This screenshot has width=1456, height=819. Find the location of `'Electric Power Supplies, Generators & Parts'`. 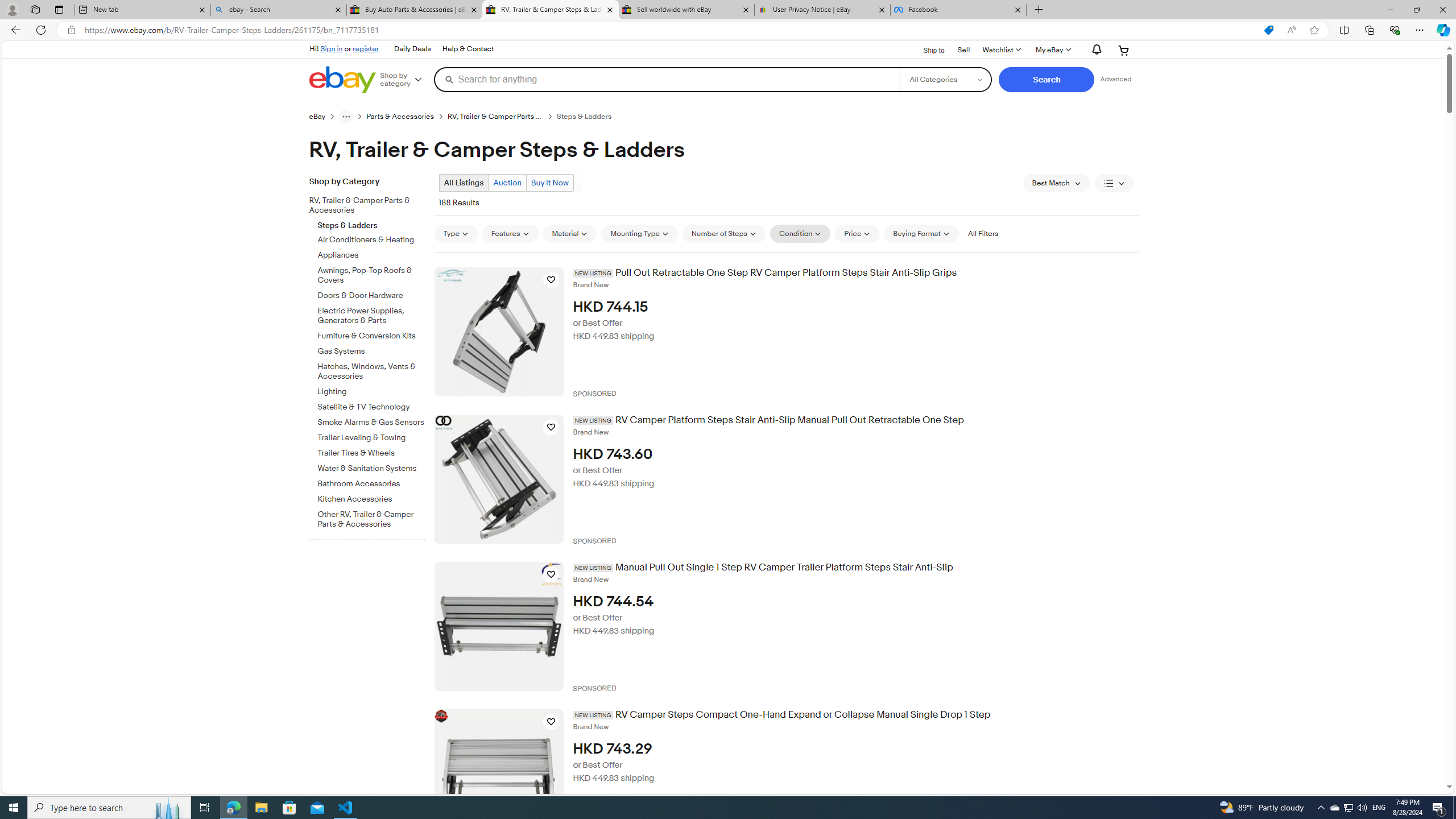

'Electric Power Supplies, Generators & Parts' is located at coordinates (371, 313).